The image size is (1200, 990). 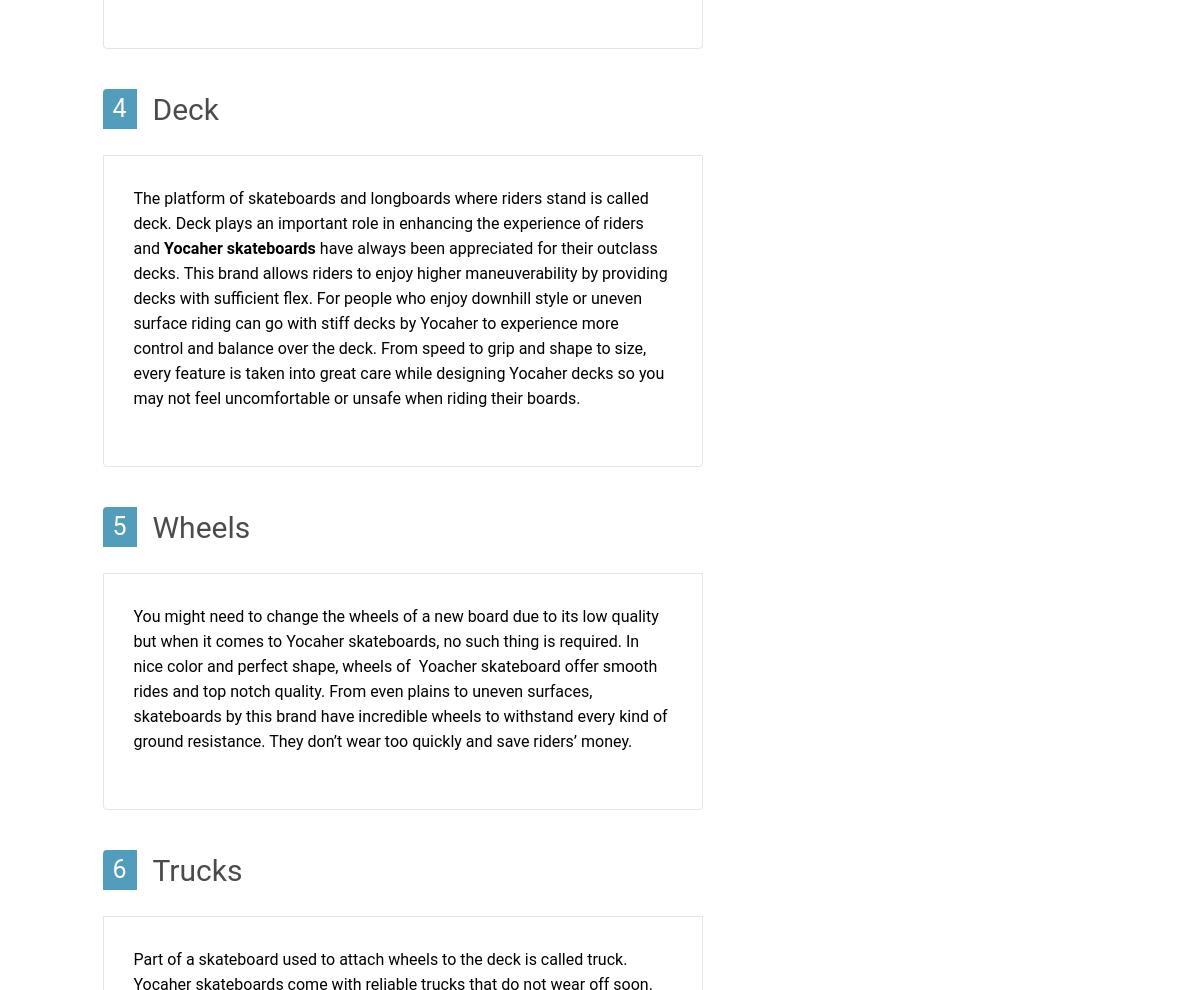 I want to click on '6', so click(x=119, y=869).